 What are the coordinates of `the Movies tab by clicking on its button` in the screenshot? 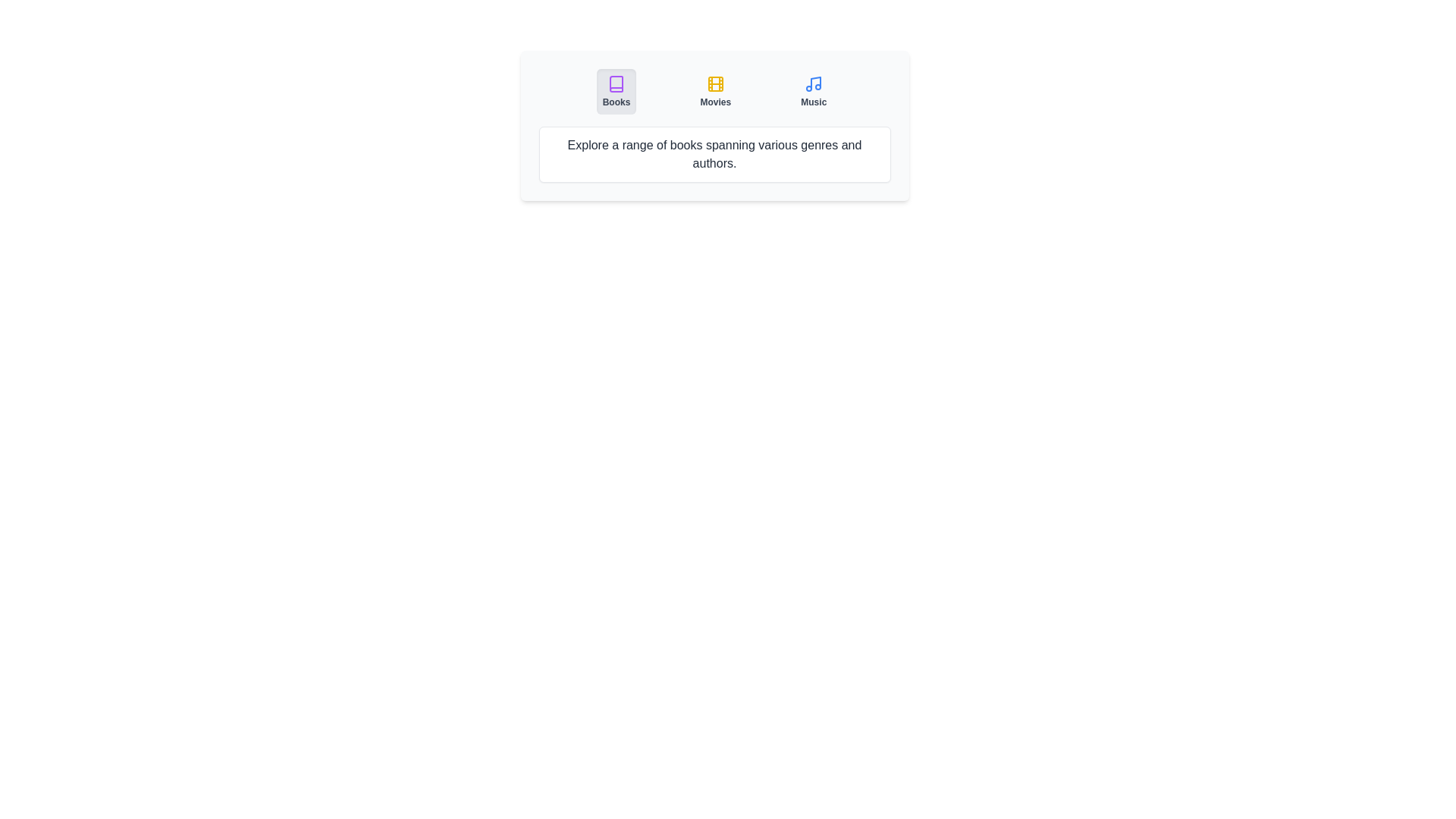 It's located at (714, 91).